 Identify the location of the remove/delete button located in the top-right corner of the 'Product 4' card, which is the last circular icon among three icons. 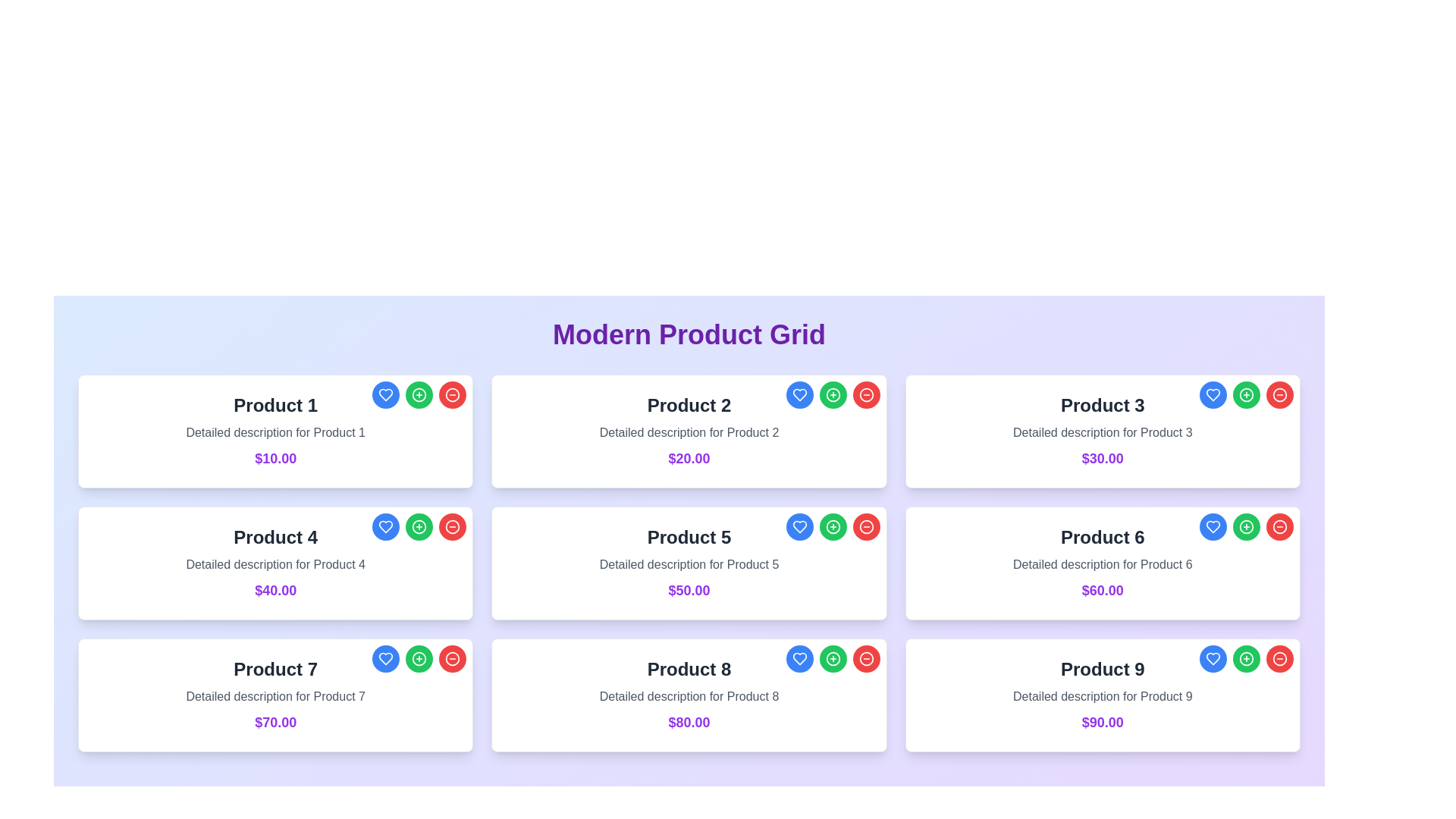
(452, 526).